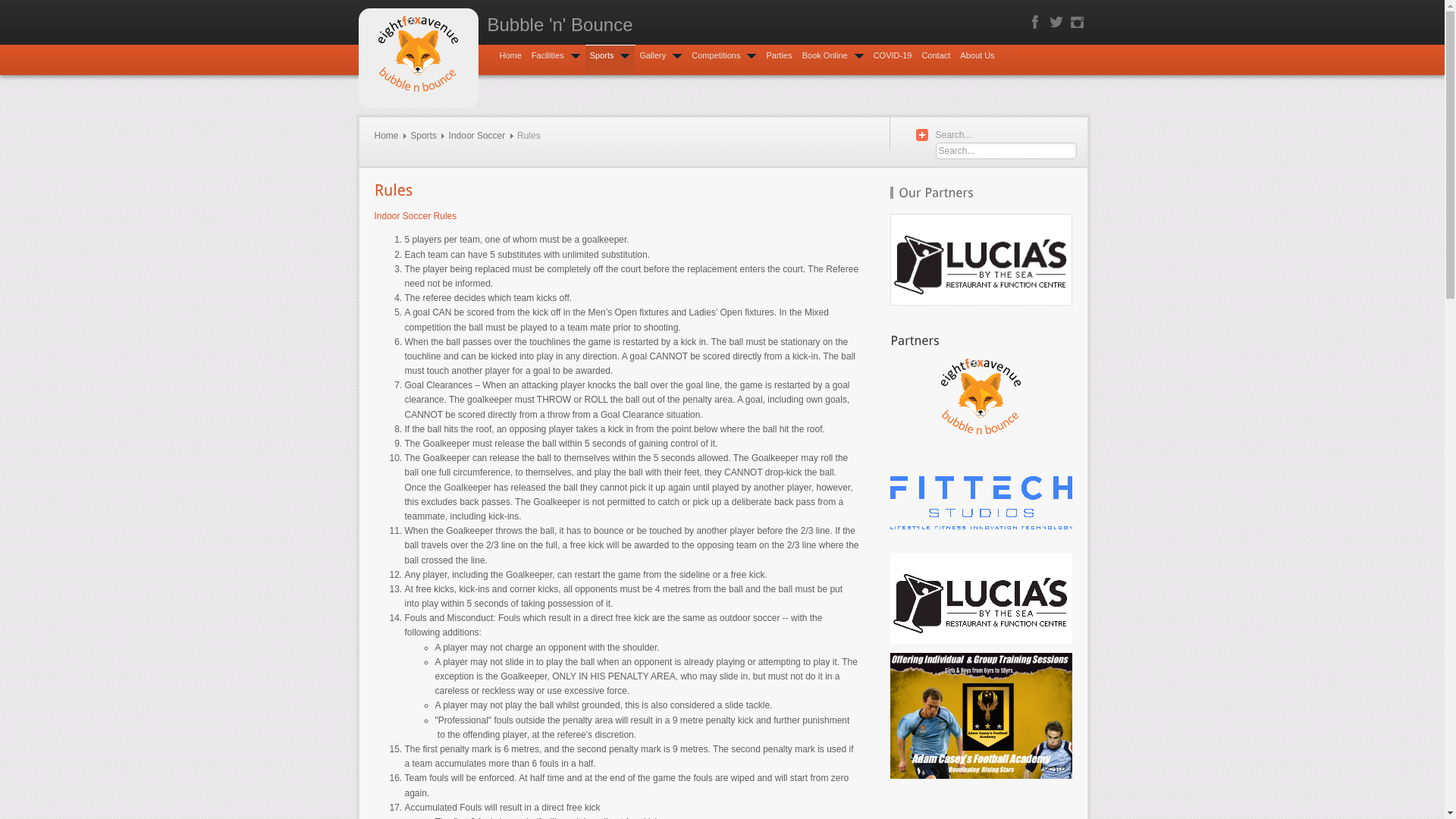 The image size is (1456, 819). I want to click on 'Indoor Soccer Rules', so click(416, 216).